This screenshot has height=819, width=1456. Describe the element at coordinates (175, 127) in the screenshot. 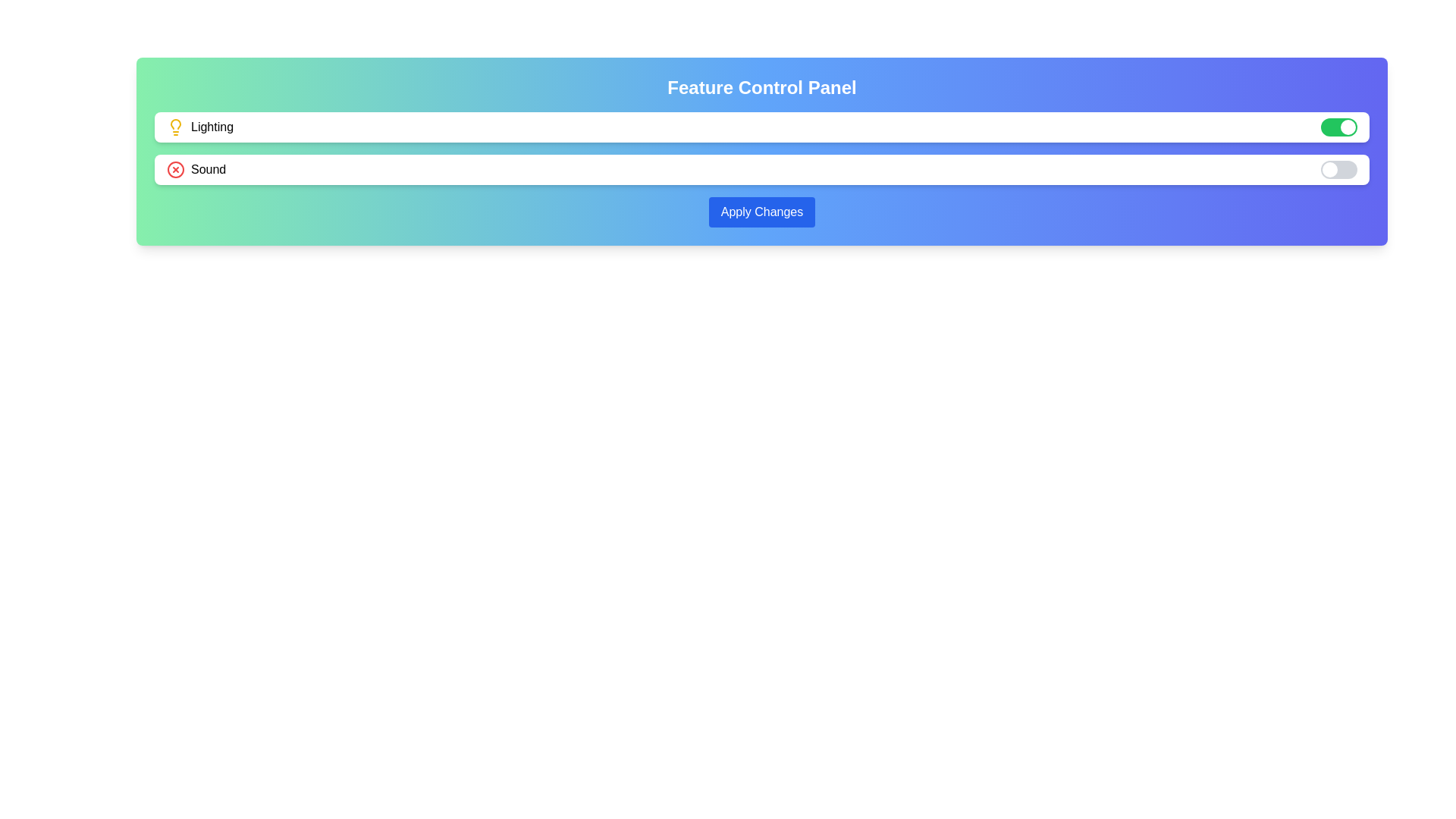

I see `the 'Lighting' icon, which is positioned to the immediate left of the text label 'Lighting' in the first row of the control panel, serving as a visual indicator for lighting functionalities` at that location.